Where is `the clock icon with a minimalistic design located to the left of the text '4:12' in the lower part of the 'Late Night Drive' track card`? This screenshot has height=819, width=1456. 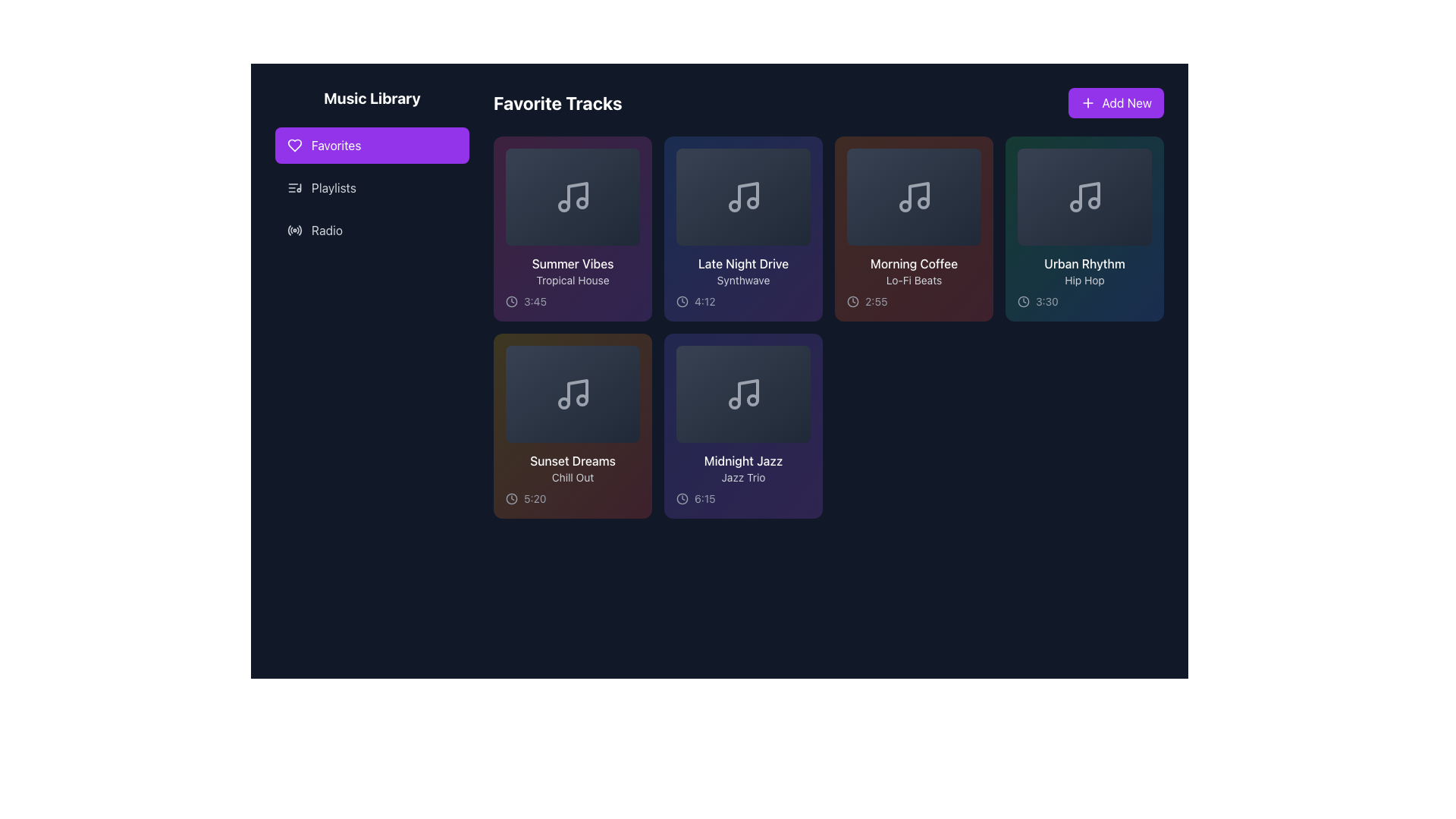 the clock icon with a minimalistic design located to the left of the text '4:12' in the lower part of the 'Late Night Drive' track card is located at coordinates (682, 301).